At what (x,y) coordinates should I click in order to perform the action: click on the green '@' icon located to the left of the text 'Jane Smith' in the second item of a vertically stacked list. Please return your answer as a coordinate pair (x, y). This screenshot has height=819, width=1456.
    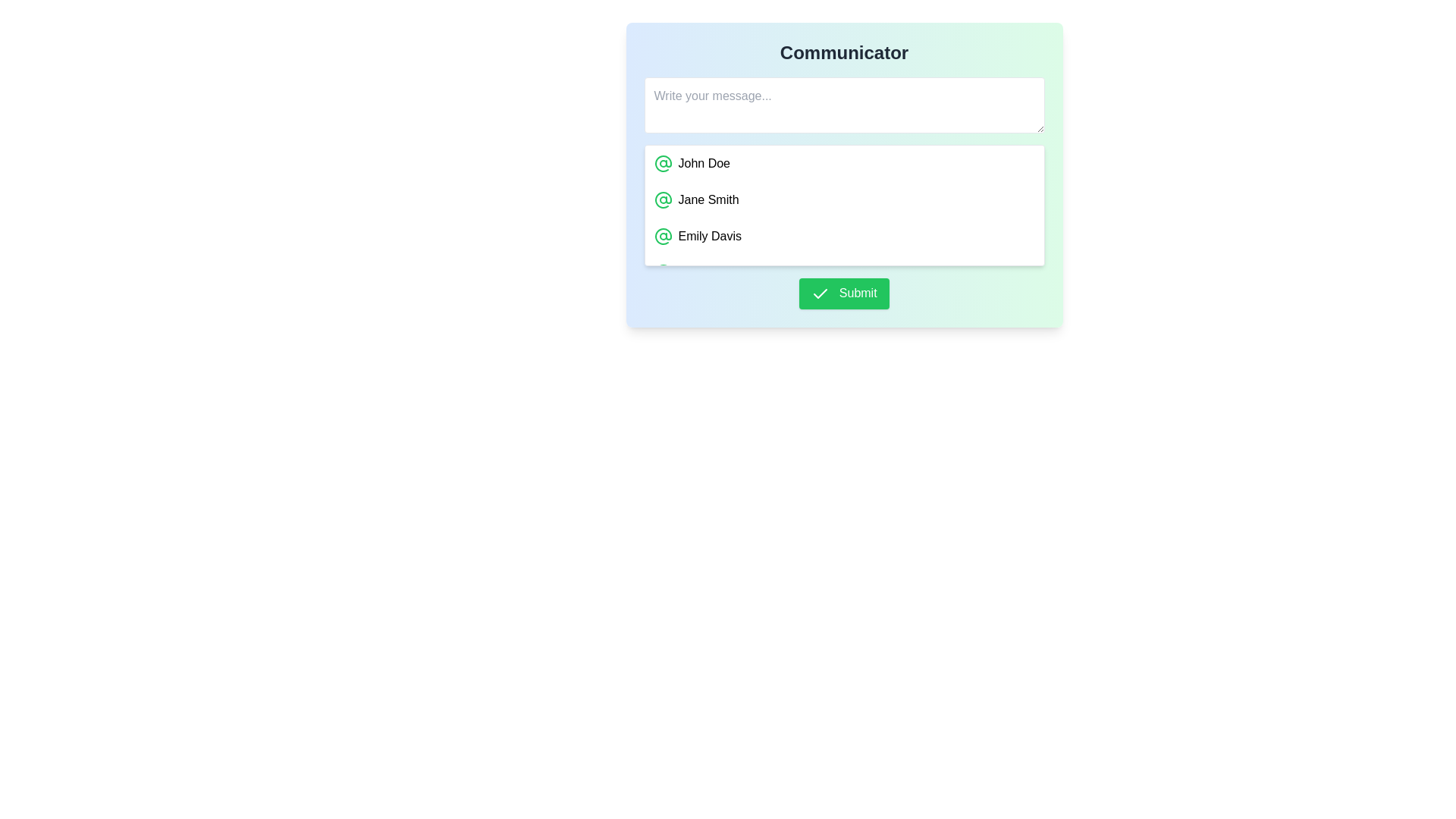
    Looking at the image, I should click on (663, 199).